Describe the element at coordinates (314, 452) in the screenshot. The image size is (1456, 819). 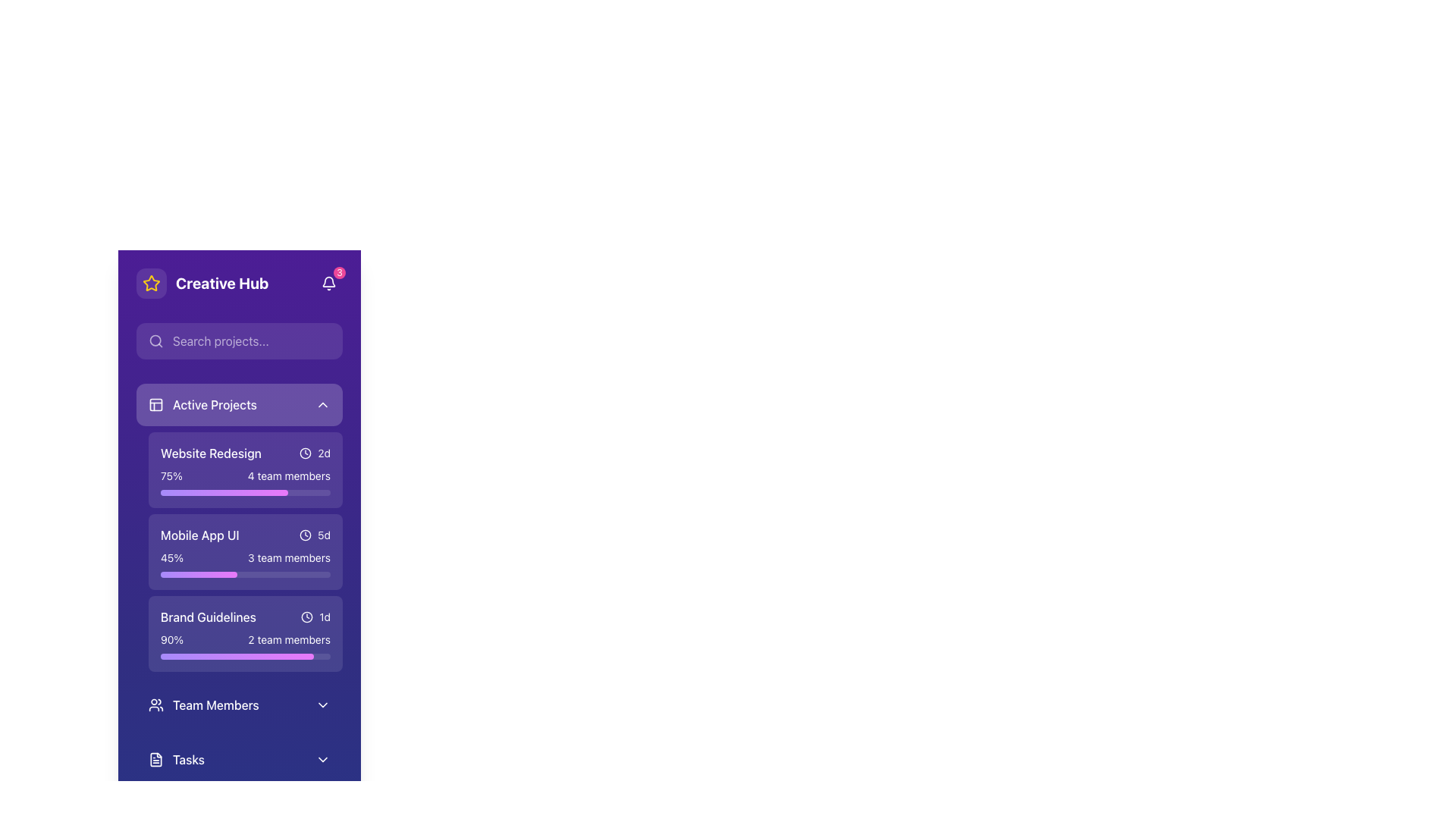
I see `the text '2d' with the adjacent clock icon located in the upper-right region of the 'Website Redesign' section to interact or access related features` at that location.